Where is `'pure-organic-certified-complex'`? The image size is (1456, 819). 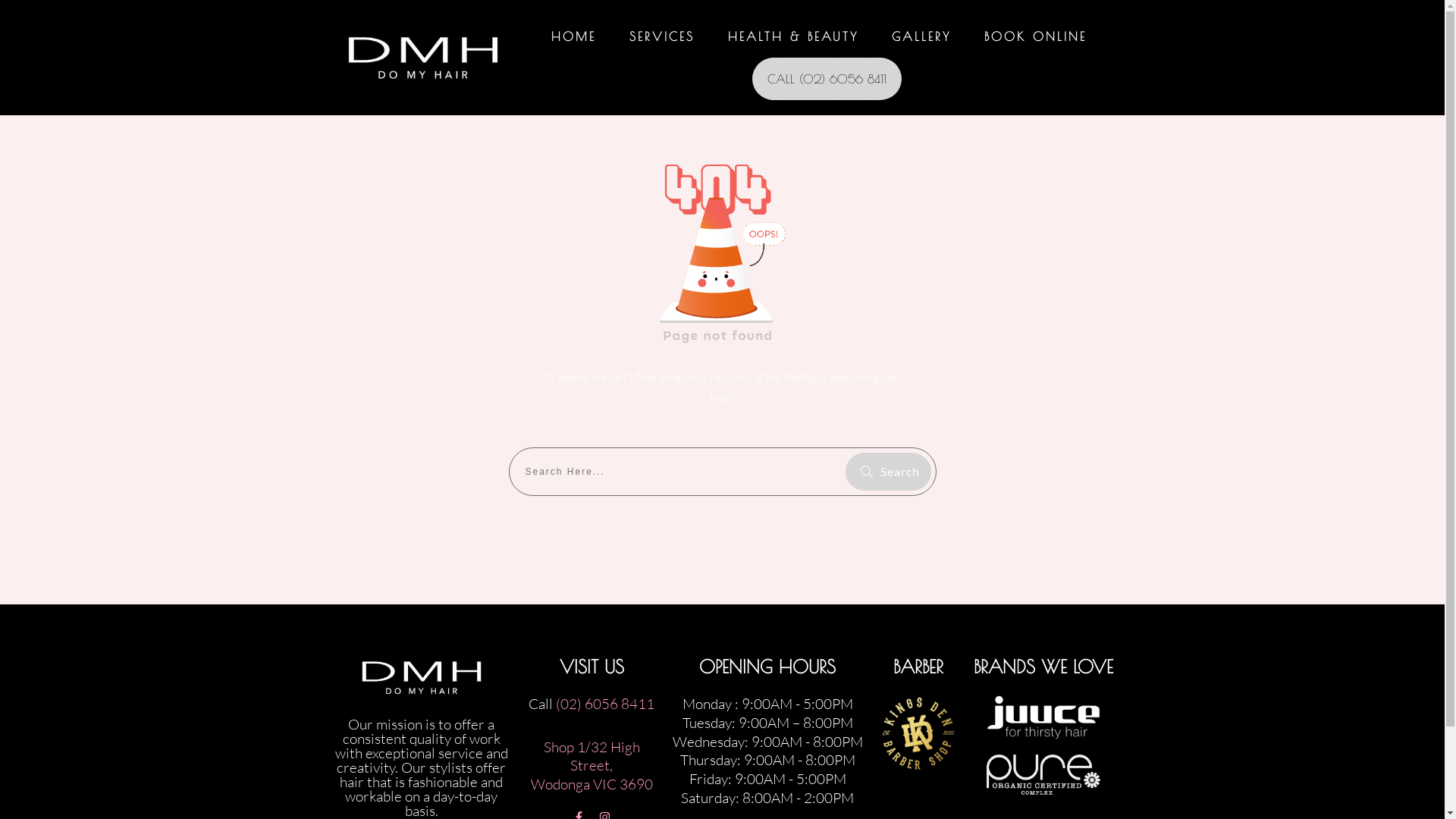 'pure-organic-certified-complex' is located at coordinates (1043, 774).